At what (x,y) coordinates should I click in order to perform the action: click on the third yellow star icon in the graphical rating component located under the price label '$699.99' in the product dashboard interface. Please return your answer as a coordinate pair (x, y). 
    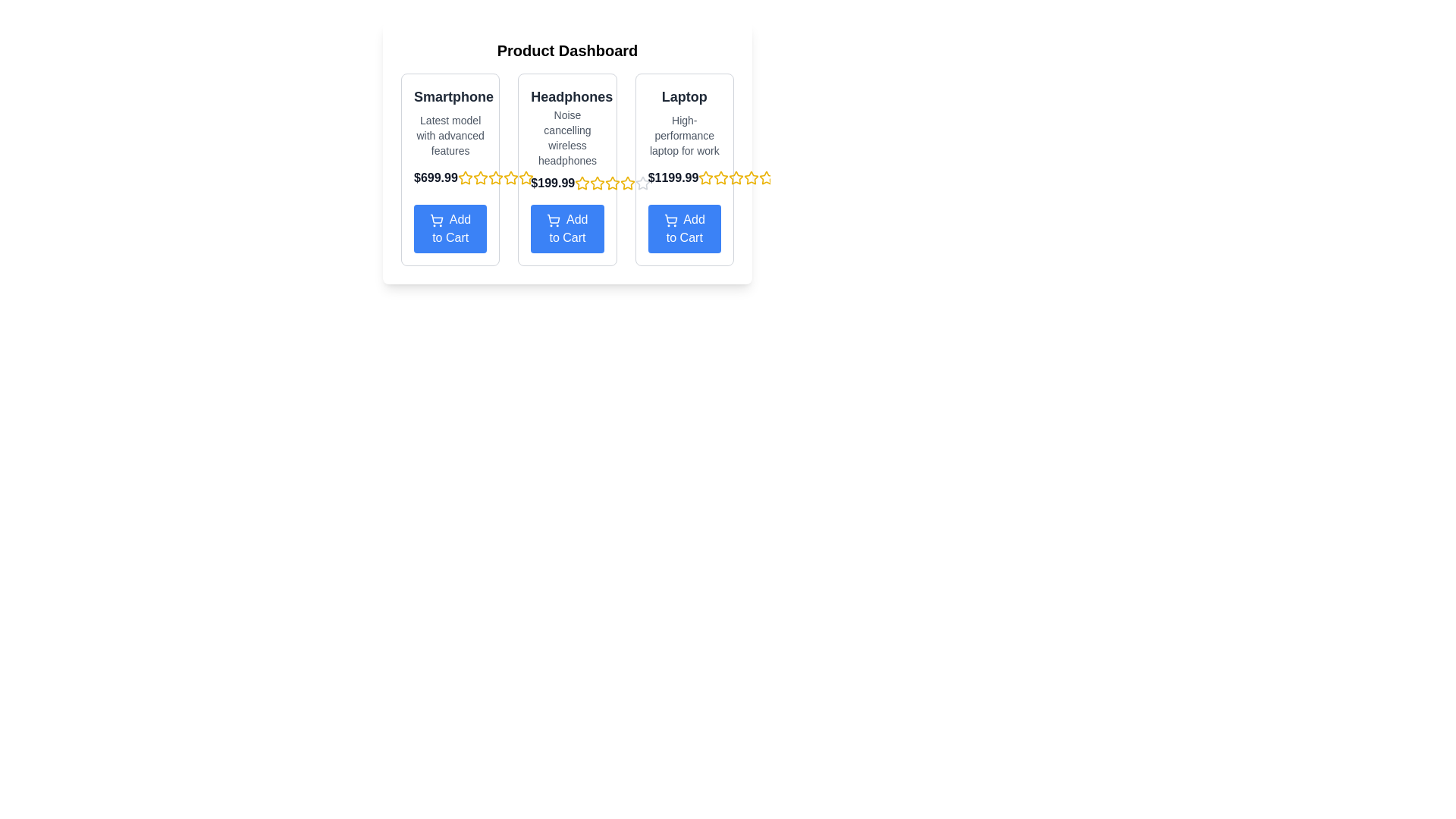
    Looking at the image, I should click on (495, 177).